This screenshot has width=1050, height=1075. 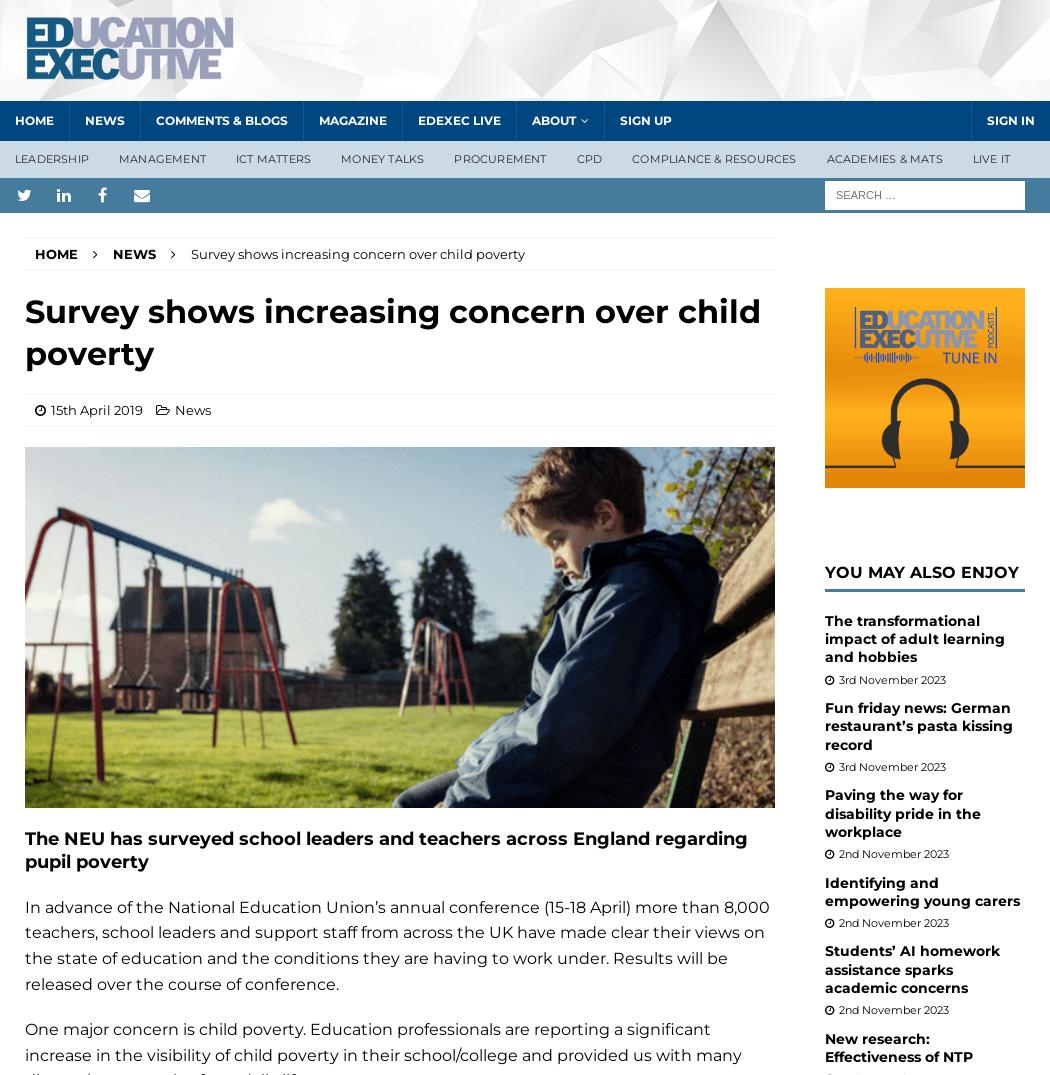 I want to click on 'In advance of the National Education Union’s annual conference (15-18 April) more than 8,000 teachers, school leaders and support staff from across the UK have made clear their views on the state of education and the conditions they are having to work under. Results will be released over the course of conference.', so click(x=397, y=945).